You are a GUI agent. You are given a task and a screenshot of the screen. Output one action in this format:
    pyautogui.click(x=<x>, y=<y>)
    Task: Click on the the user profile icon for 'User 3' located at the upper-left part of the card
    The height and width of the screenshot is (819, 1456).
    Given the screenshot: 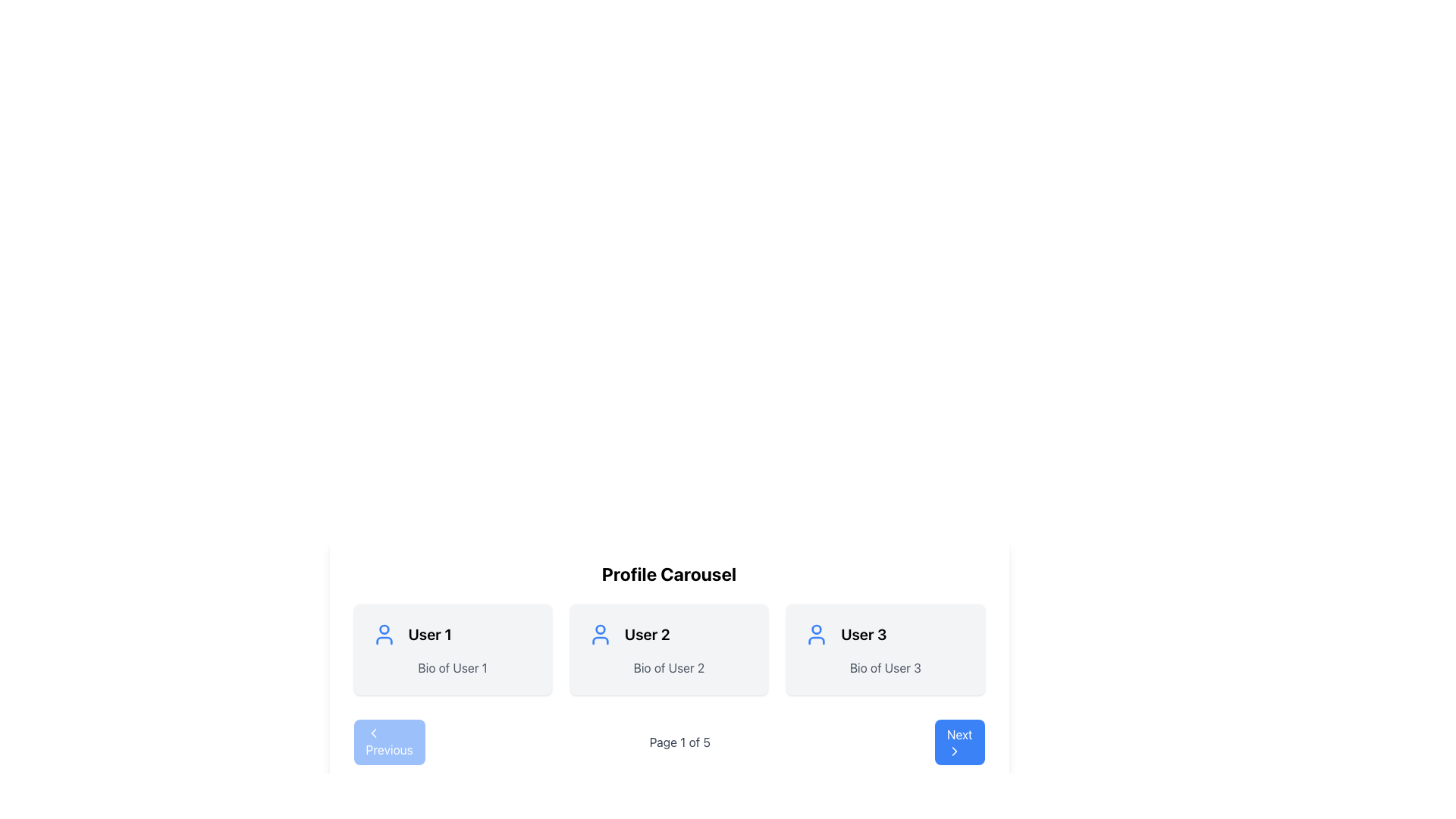 What is the action you would take?
    pyautogui.click(x=816, y=635)
    